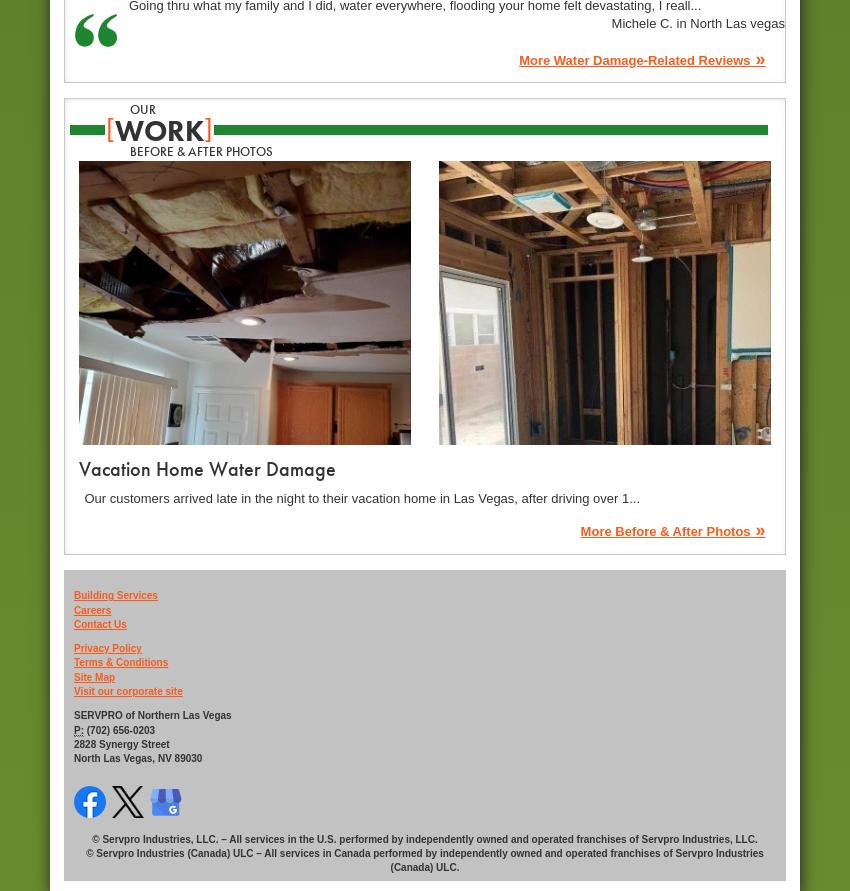  I want to click on 'SERVPRO of Northern Las Vegas', so click(74, 715).